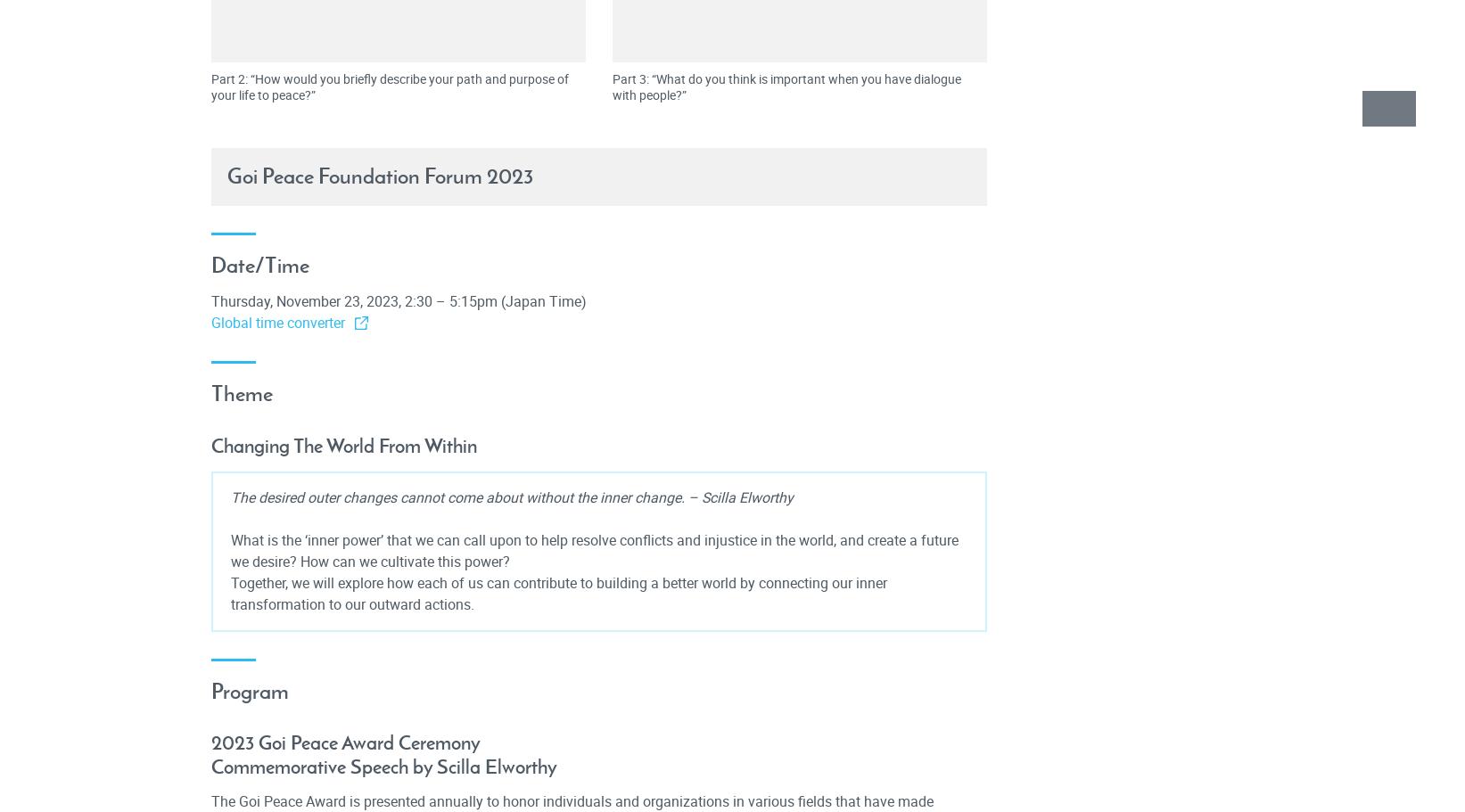 This screenshot has height=812, width=1465. I want to click on 'Global time converter', so click(276, 323).